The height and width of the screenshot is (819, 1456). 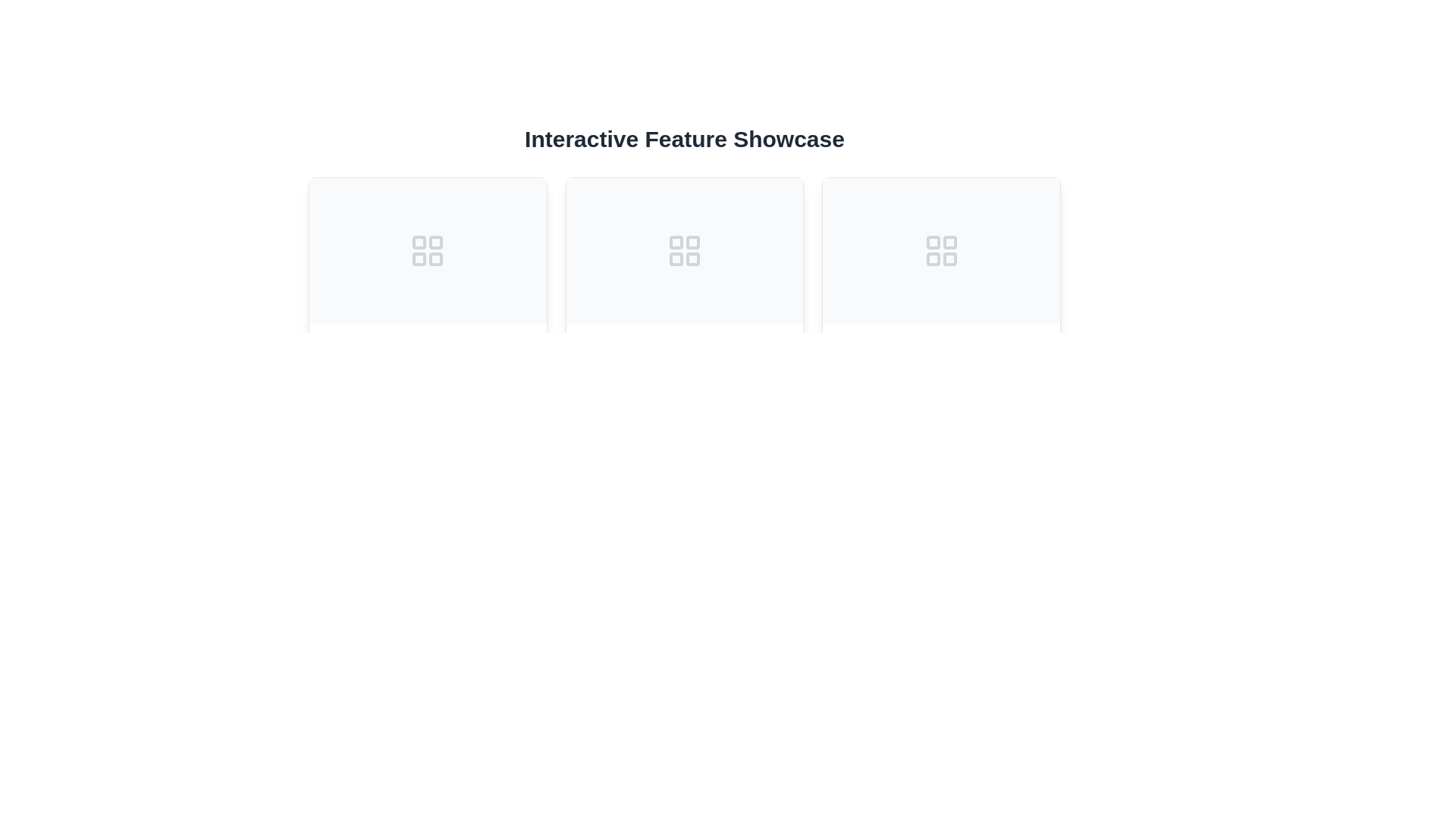 What do you see at coordinates (435, 242) in the screenshot?
I see `the small square with rounded corners located in the top-right position of the 2x2 grid layout under the label 'Interactive Feature Showcase'` at bounding box center [435, 242].